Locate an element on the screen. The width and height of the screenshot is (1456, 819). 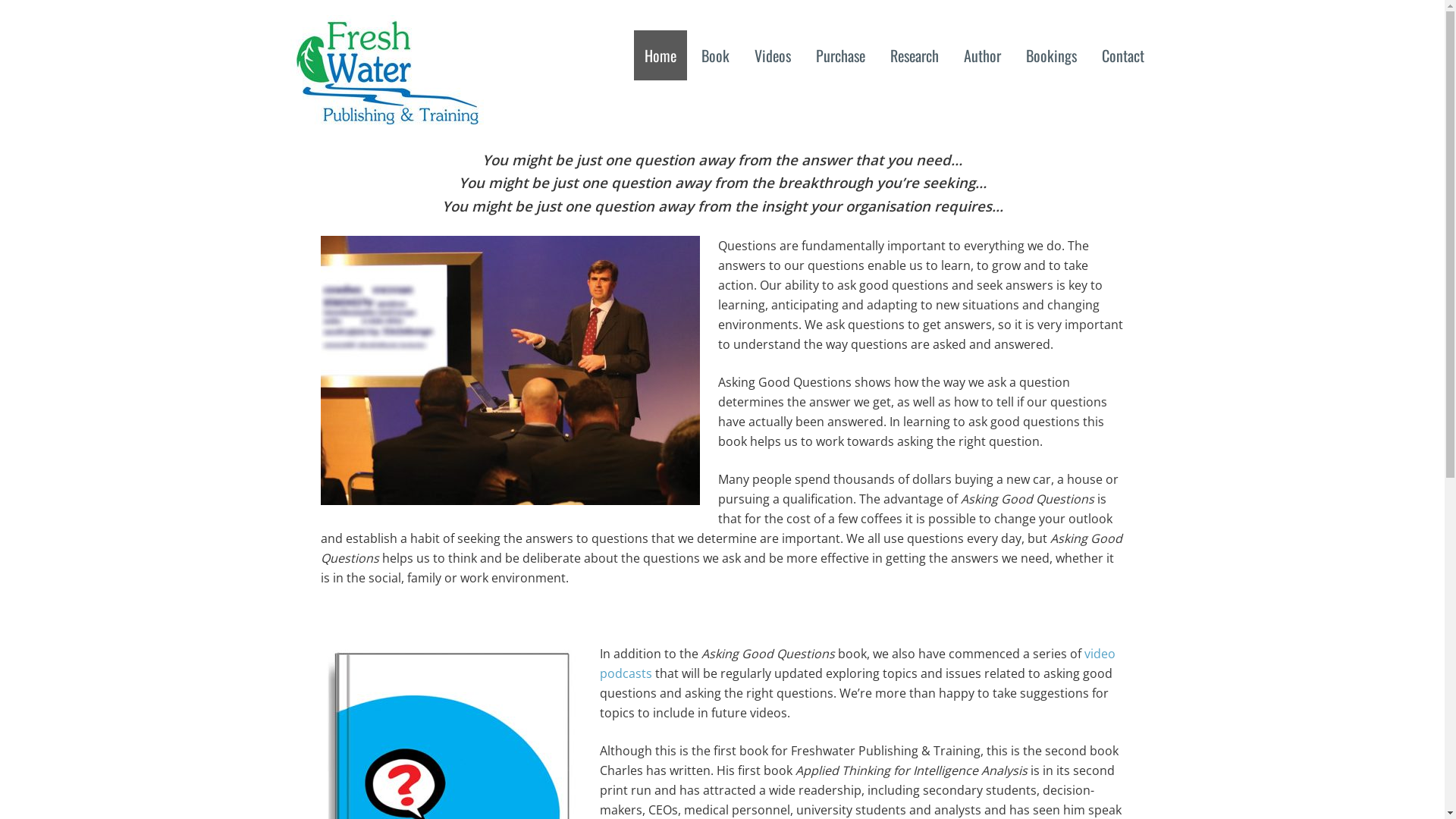
'video podcasts' is located at coordinates (598, 663).